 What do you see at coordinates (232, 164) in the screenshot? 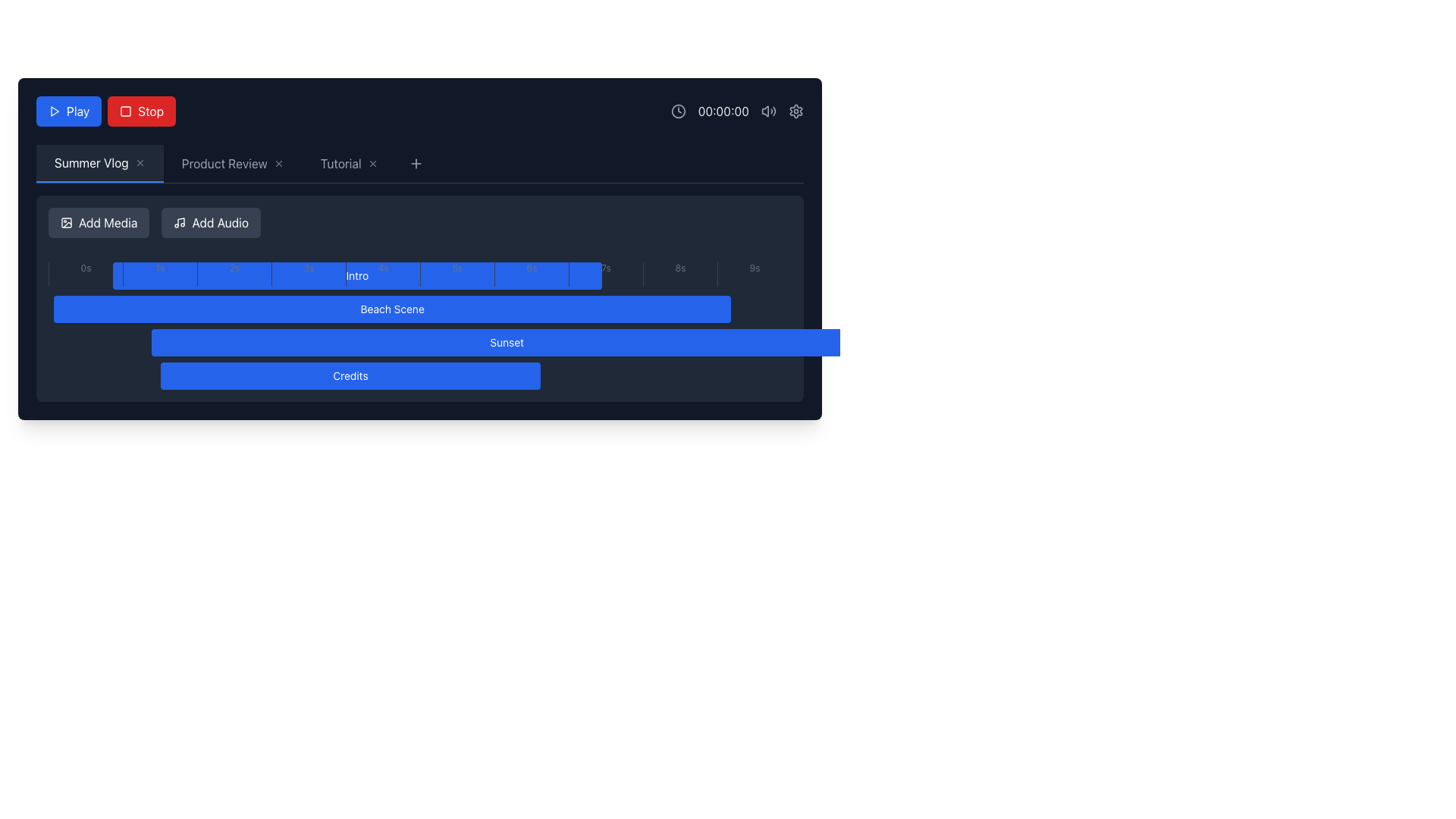
I see `the 'Product Review' tab in the horizontal tab navigation` at bounding box center [232, 164].